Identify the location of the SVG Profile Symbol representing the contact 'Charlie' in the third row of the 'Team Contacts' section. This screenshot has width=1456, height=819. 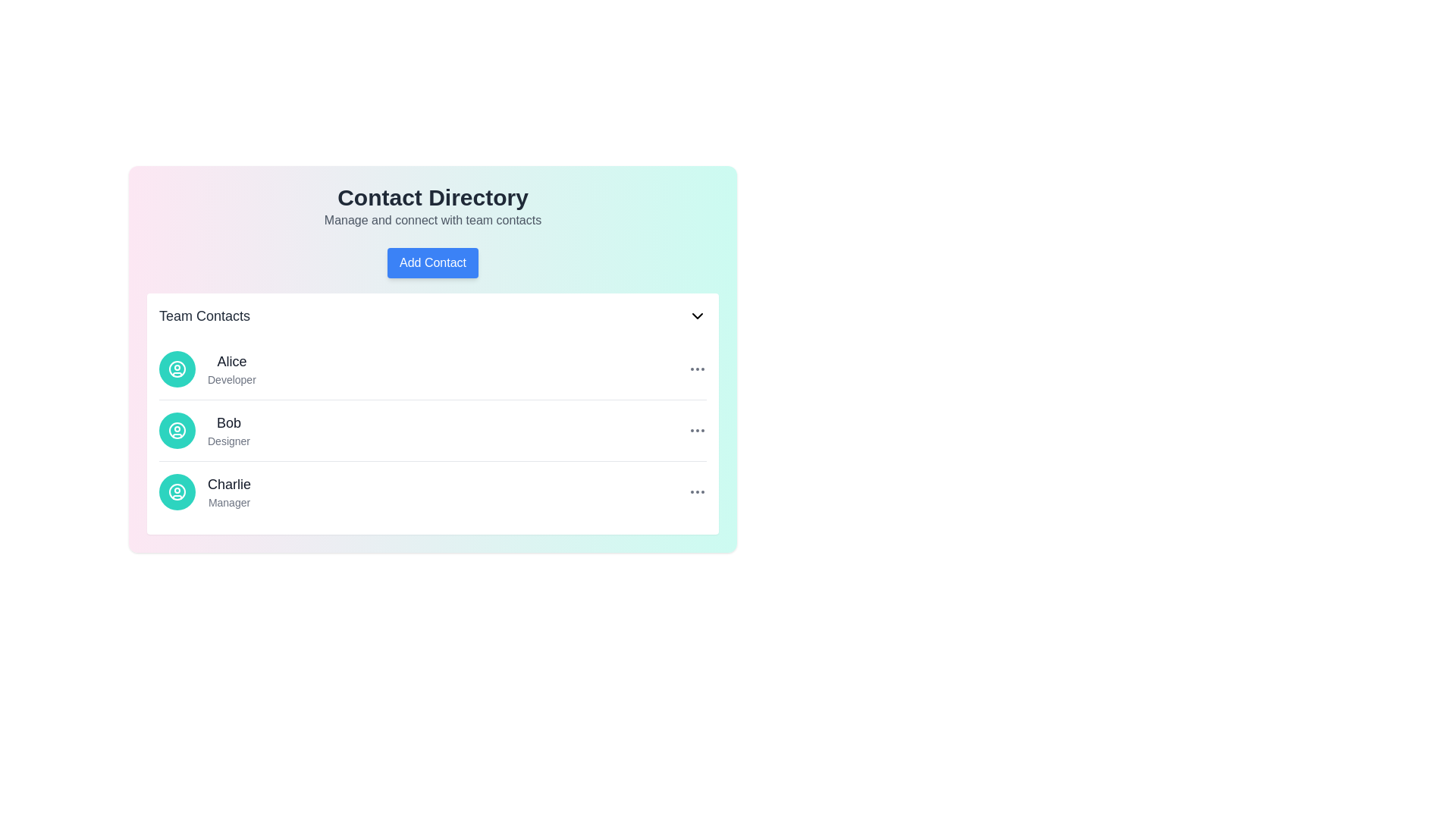
(177, 491).